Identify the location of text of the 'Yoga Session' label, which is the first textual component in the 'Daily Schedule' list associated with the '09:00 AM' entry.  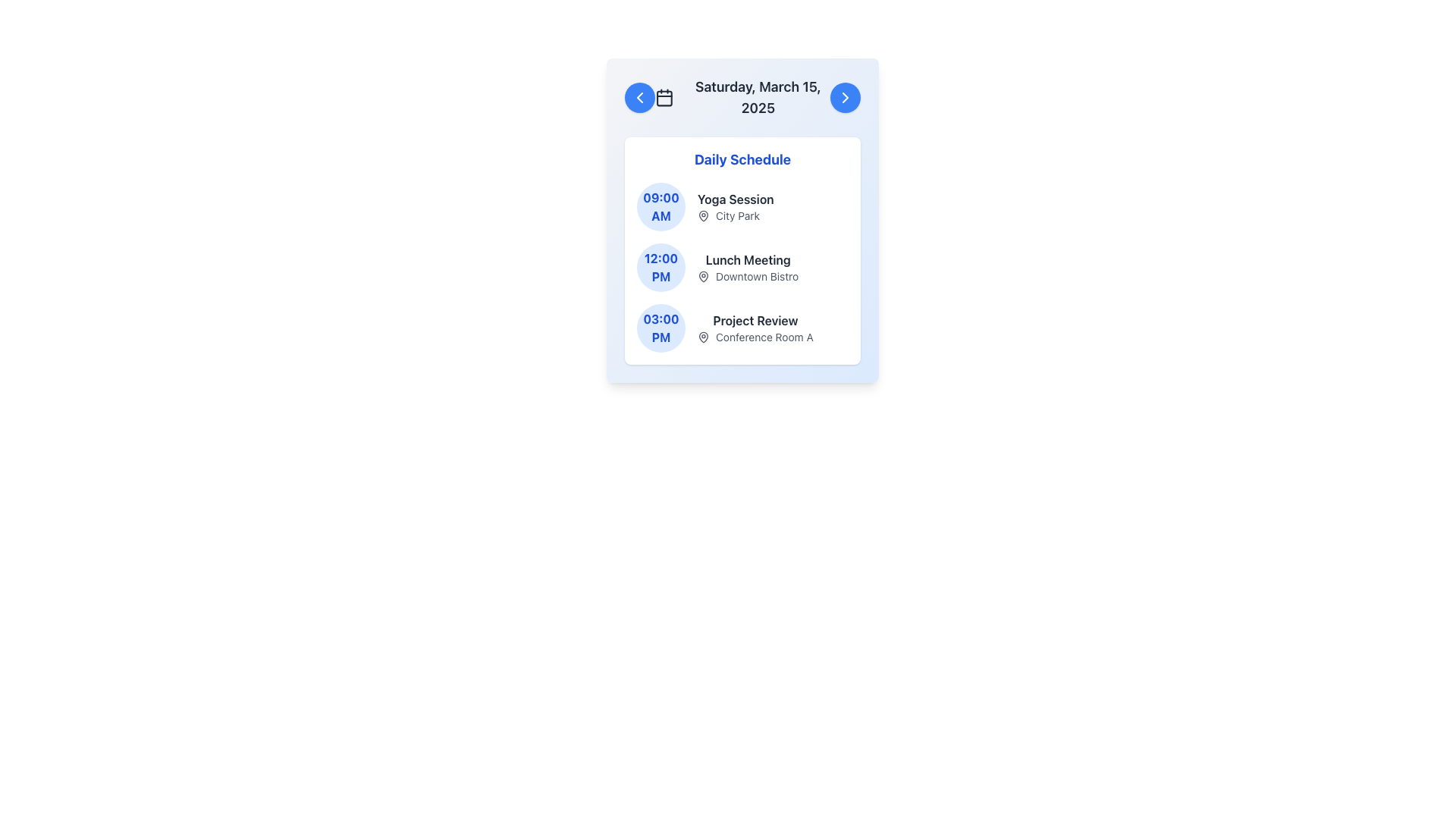
(736, 198).